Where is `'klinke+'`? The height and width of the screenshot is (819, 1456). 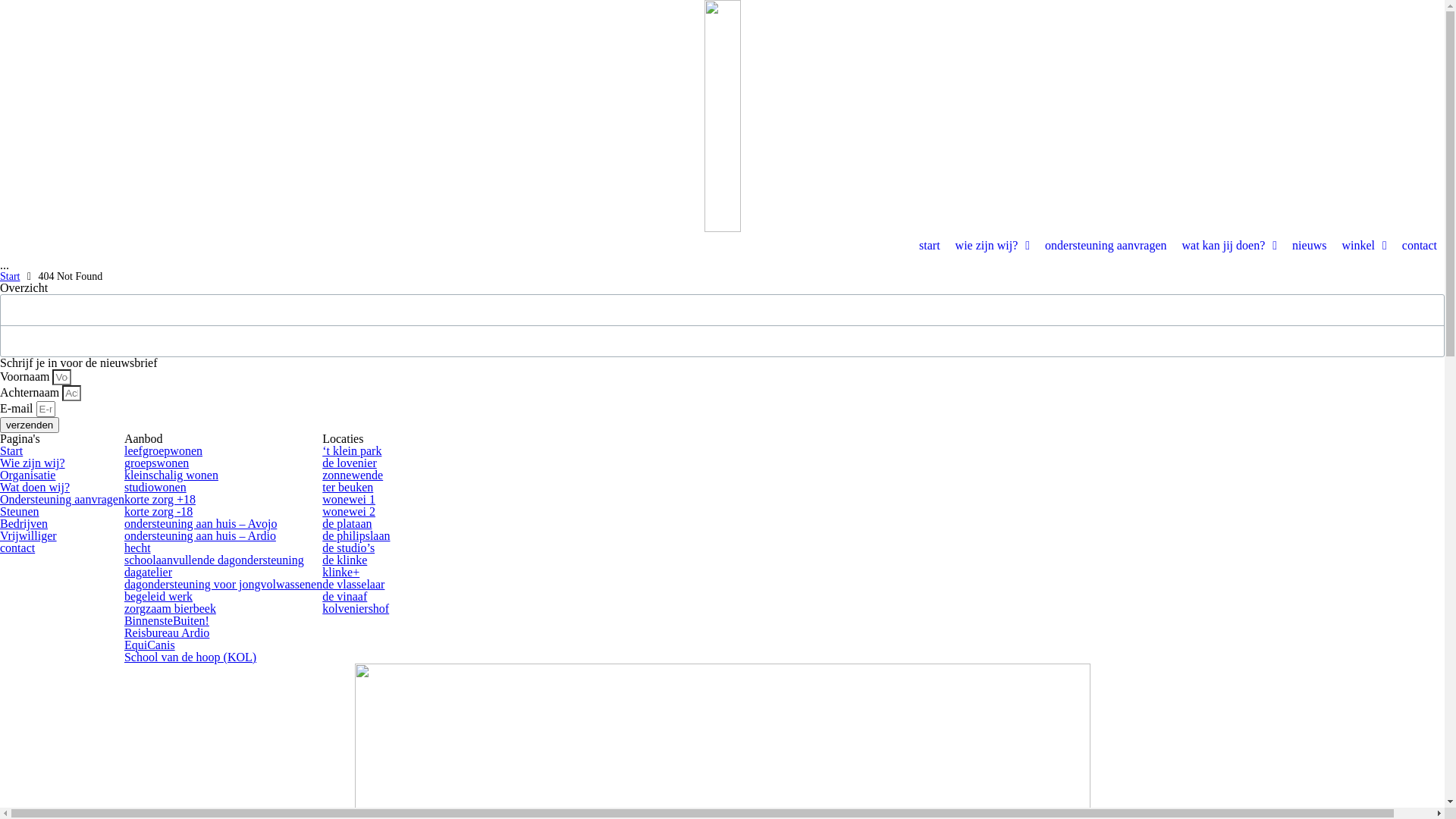
'klinke+' is located at coordinates (340, 572).